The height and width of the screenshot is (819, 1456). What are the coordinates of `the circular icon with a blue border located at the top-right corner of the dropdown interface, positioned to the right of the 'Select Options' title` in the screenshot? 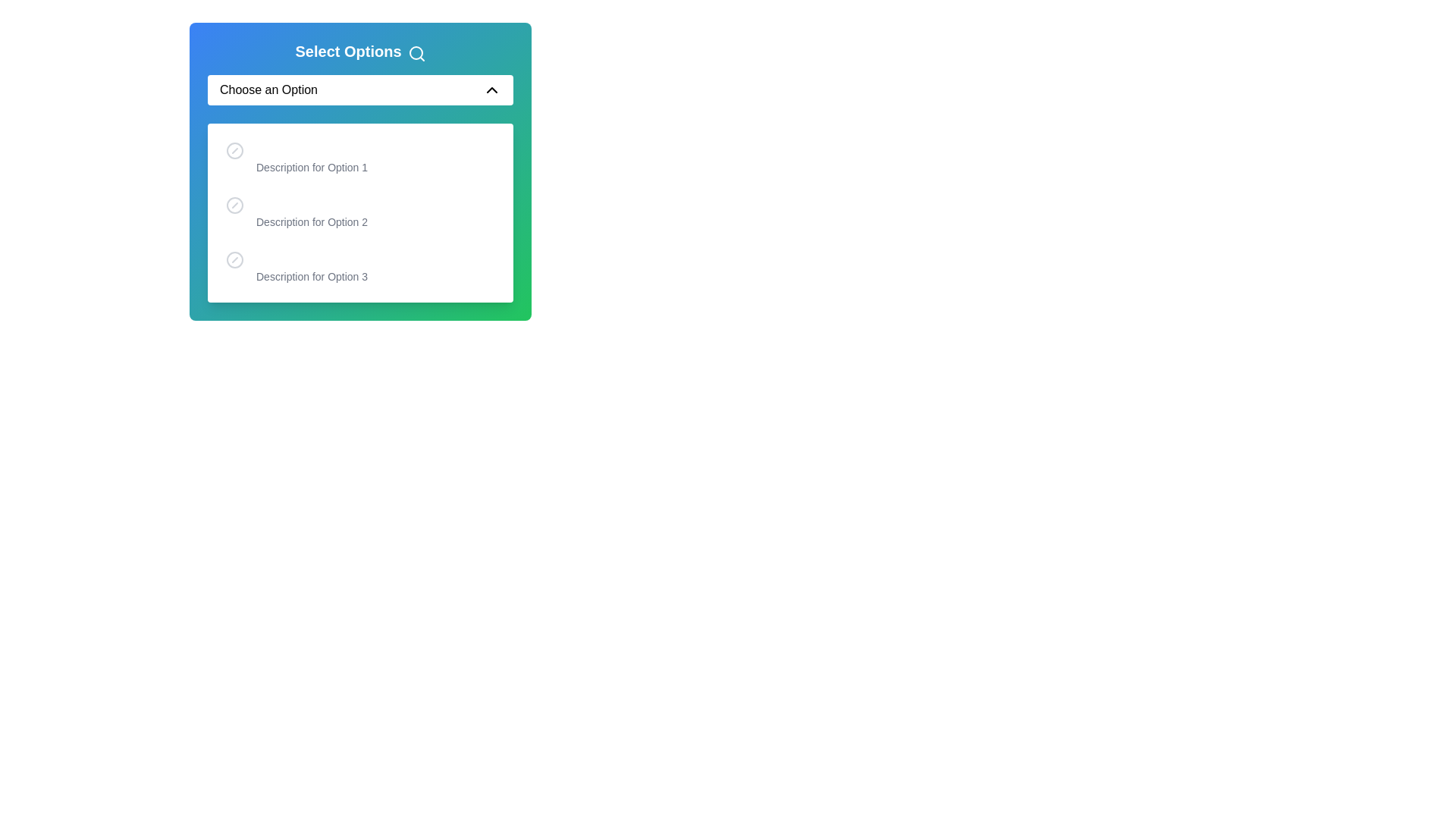 It's located at (416, 52).